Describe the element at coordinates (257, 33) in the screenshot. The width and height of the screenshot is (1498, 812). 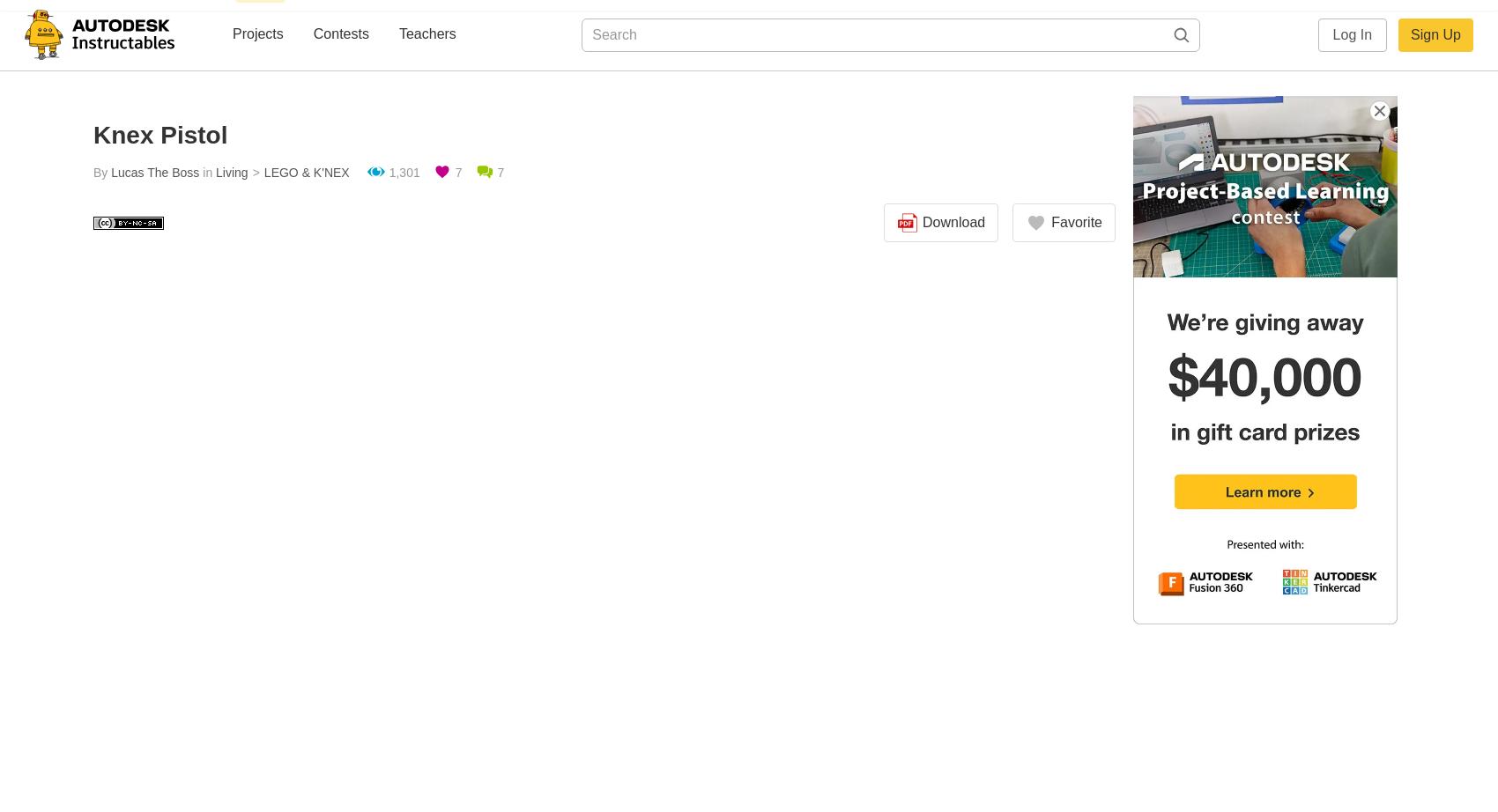
I see `'Projects'` at that location.